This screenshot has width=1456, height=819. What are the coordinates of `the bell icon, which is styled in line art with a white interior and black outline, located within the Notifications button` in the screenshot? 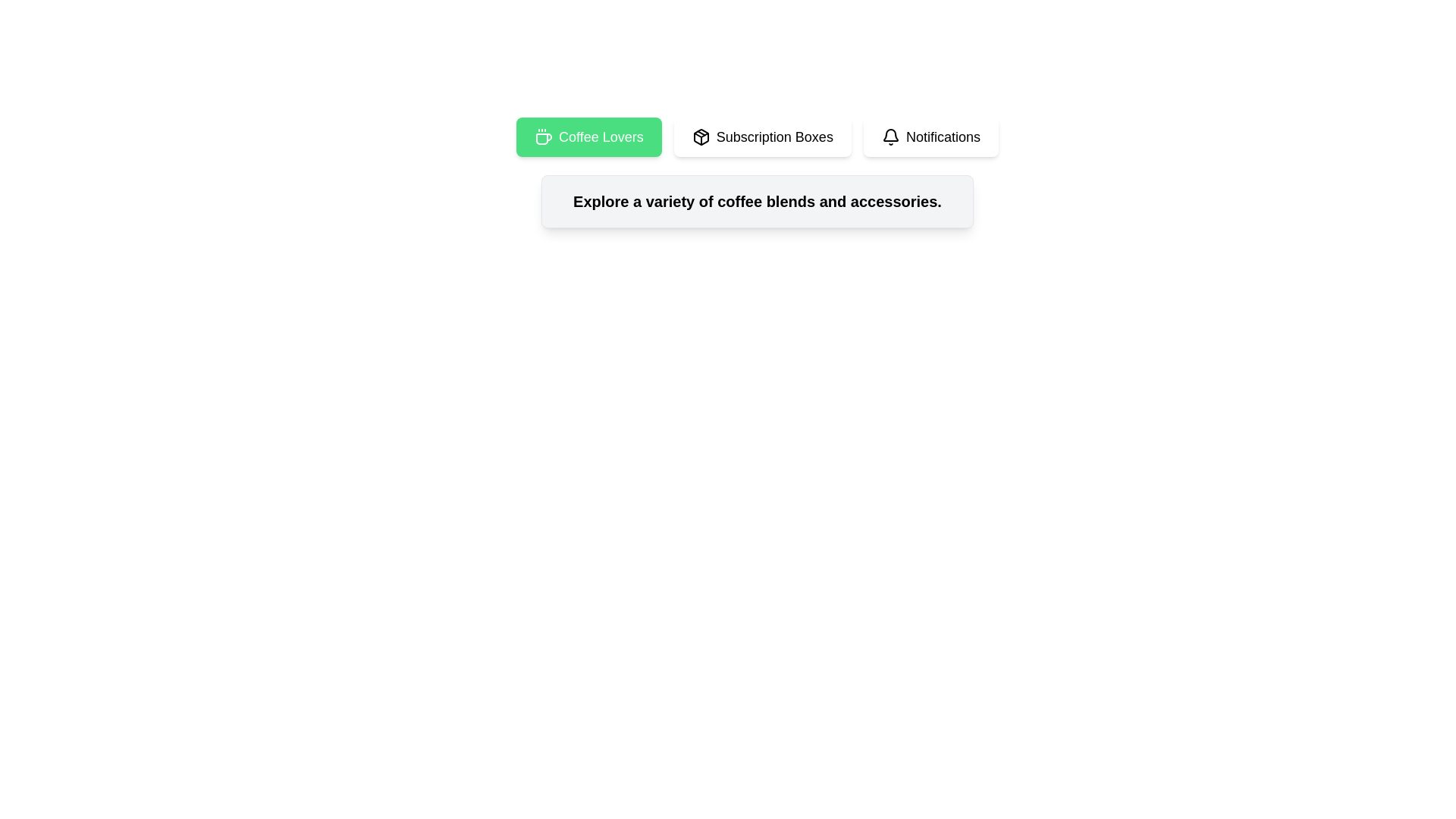 It's located at (890, 137).